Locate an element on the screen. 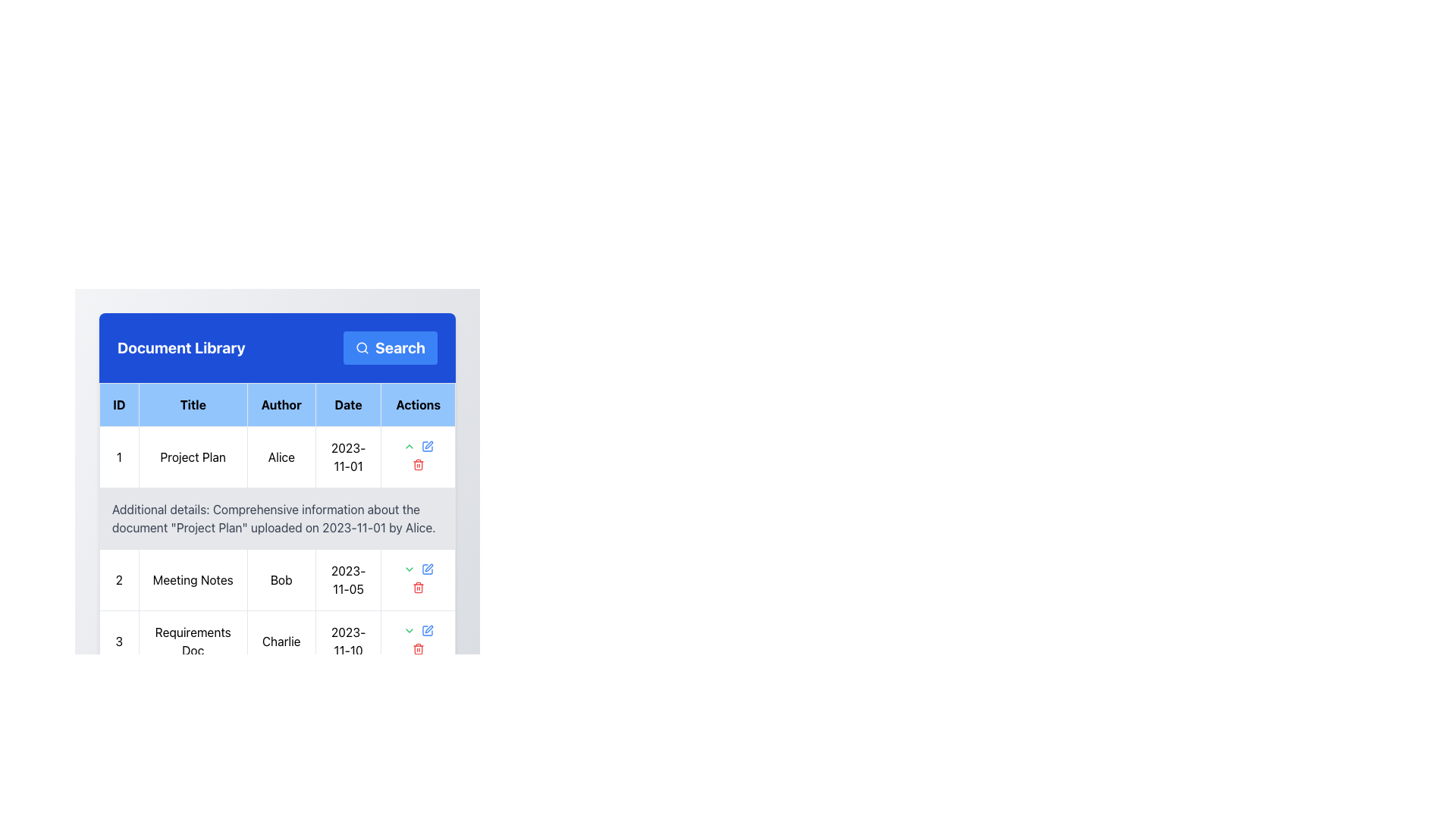 The width and height of the screenshot is (1456, 819). the chevron-down icon in the 'Actions' column of the first row is located at coordinates (409, 570).